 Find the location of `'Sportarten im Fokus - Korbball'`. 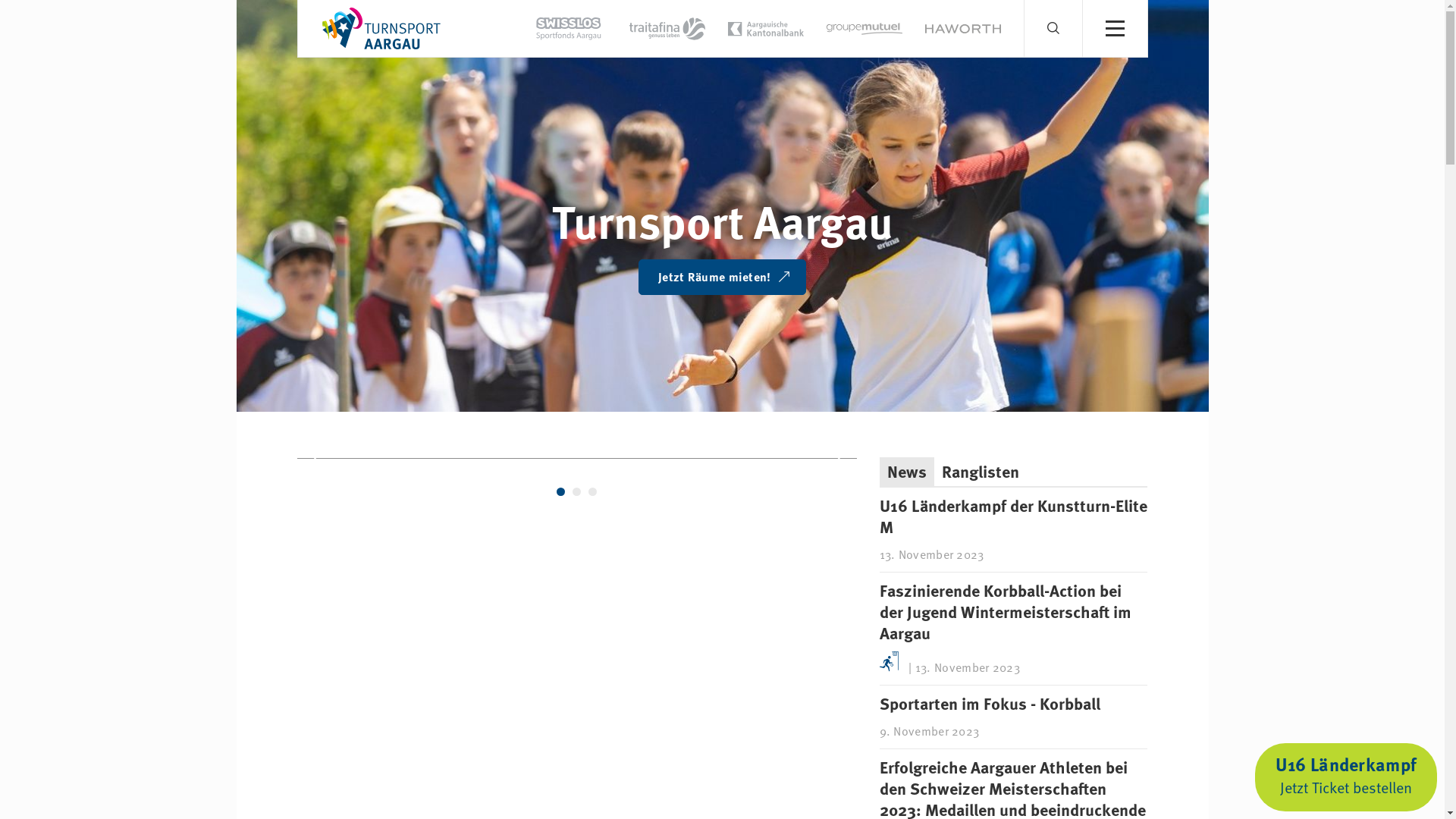

'Sportarten im Fokus - Korbball' is located at coordinates (990, 703).